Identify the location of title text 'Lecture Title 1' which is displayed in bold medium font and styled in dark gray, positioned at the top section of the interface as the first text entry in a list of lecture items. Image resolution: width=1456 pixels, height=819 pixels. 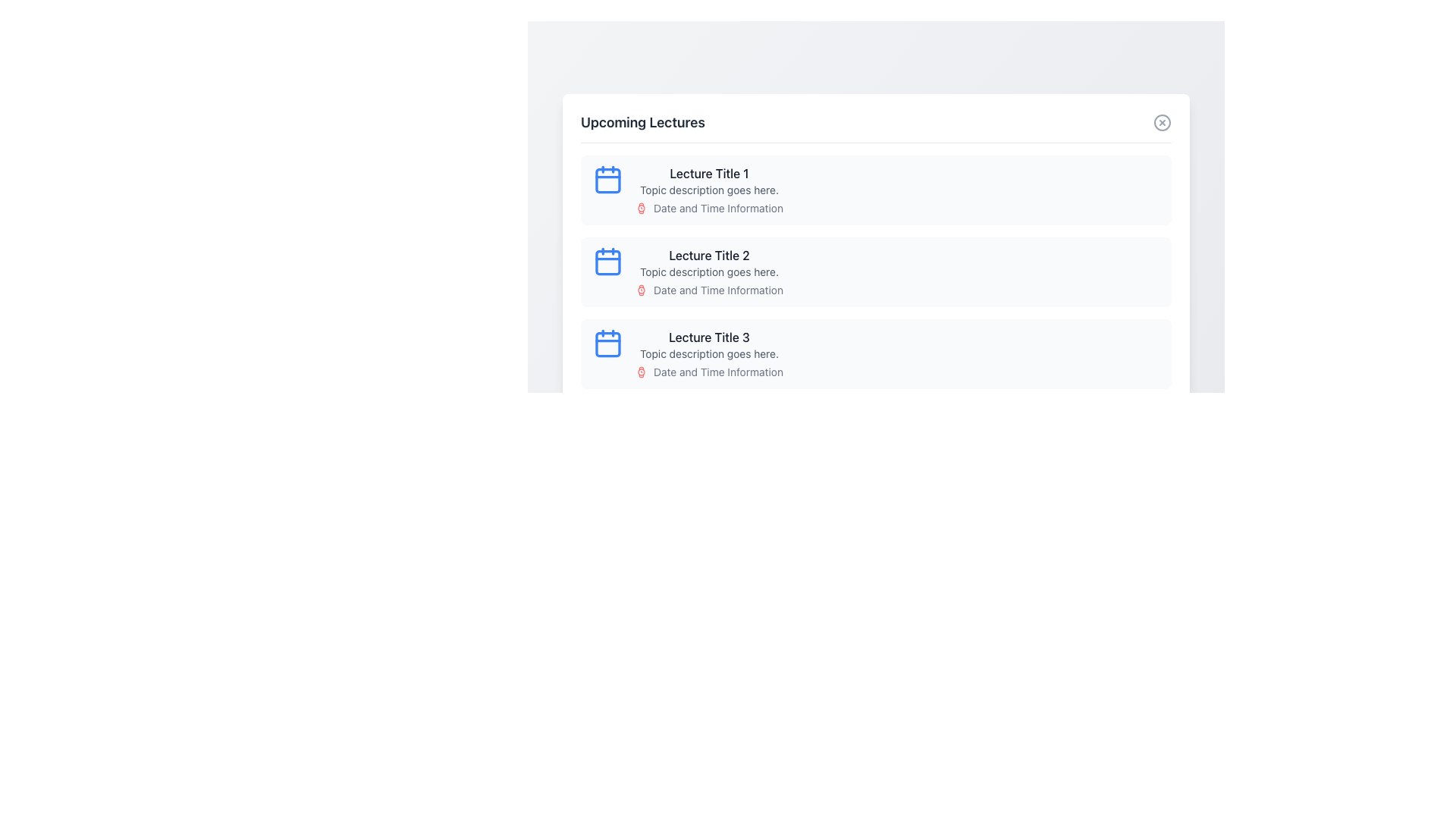
(708, 172).